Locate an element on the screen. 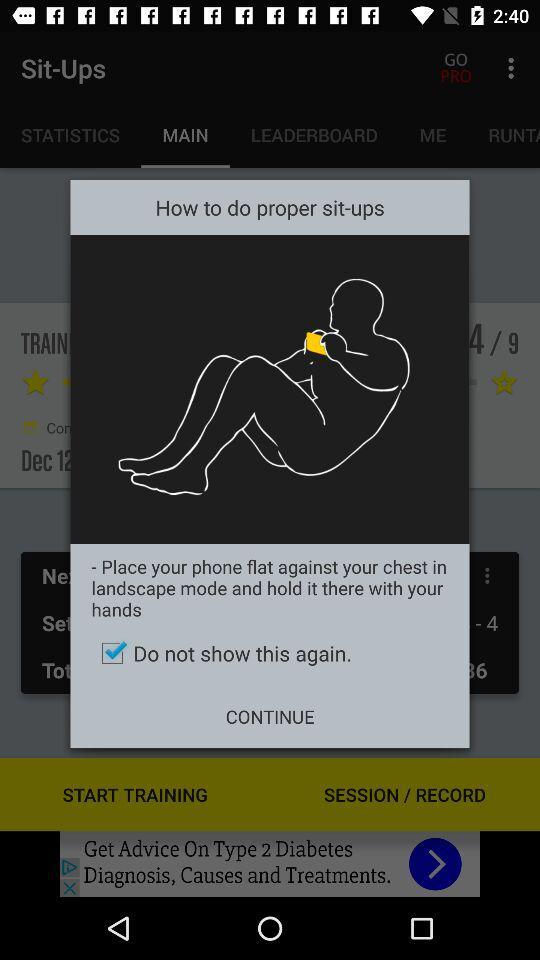 The width and height of the screenshot is (540, 960). the continue is located at coordinates (270, 716).